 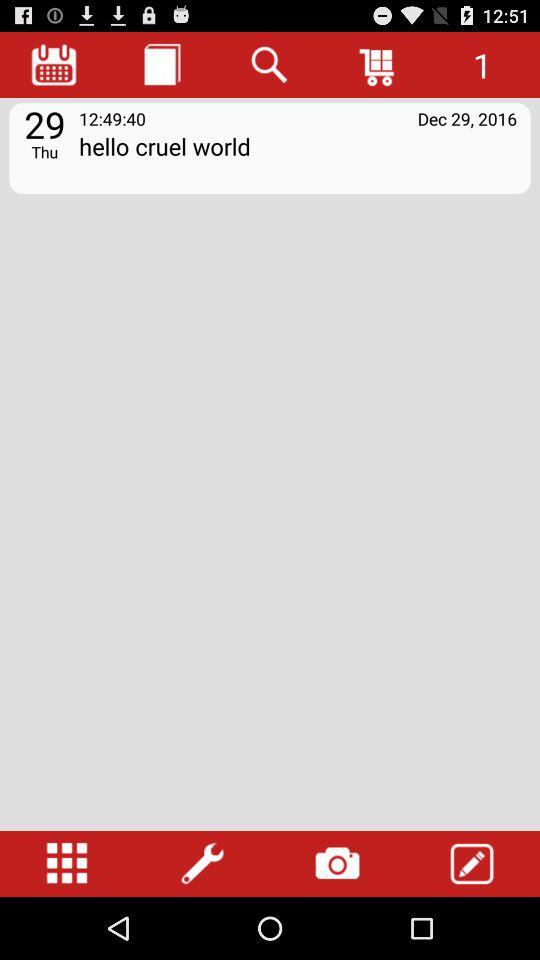 I want to click on app above the hello cruel world app, so click(x=378, y=64).